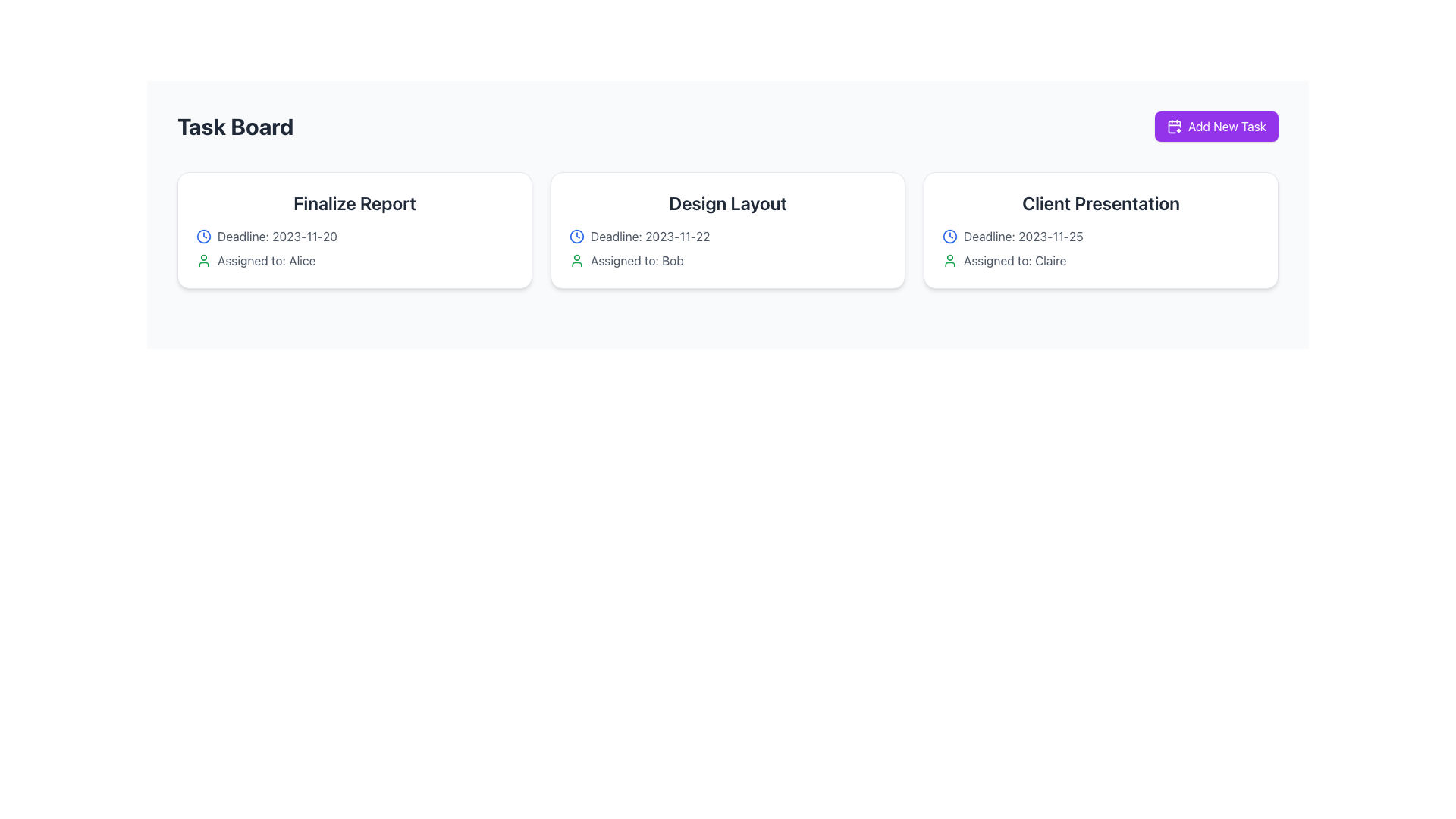  What do you see at coordinates (1100, 231) in the screenshot?
I see `information displayed on the task card titled 'Client Presentation', which is the third card in the rightmost column of the task board layout` at bounding box center [1100, 231].